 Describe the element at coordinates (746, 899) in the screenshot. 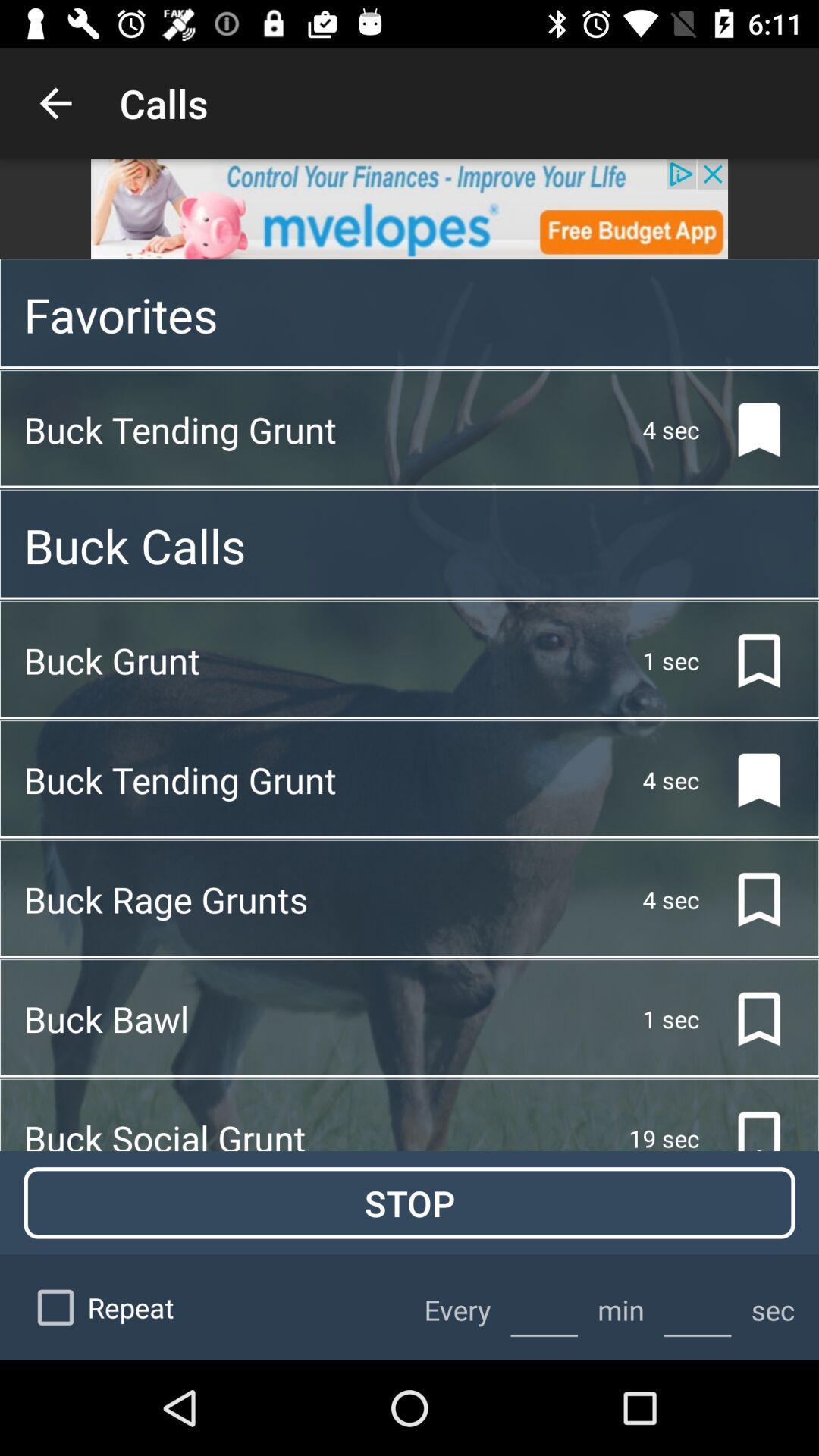

I see `the bookmark icon` at that location.